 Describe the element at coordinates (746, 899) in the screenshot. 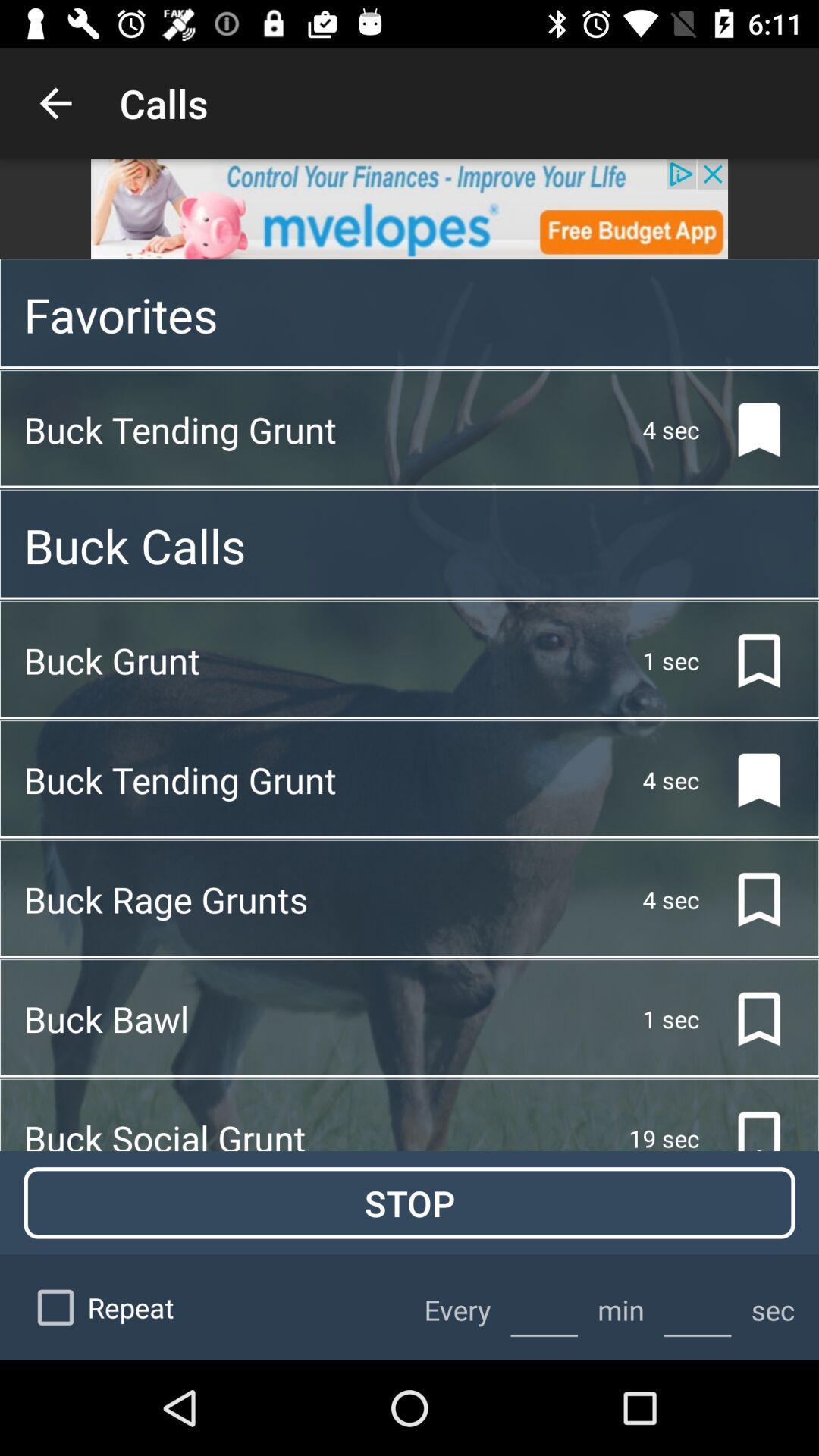

I see `the bookmark icon` at that location.